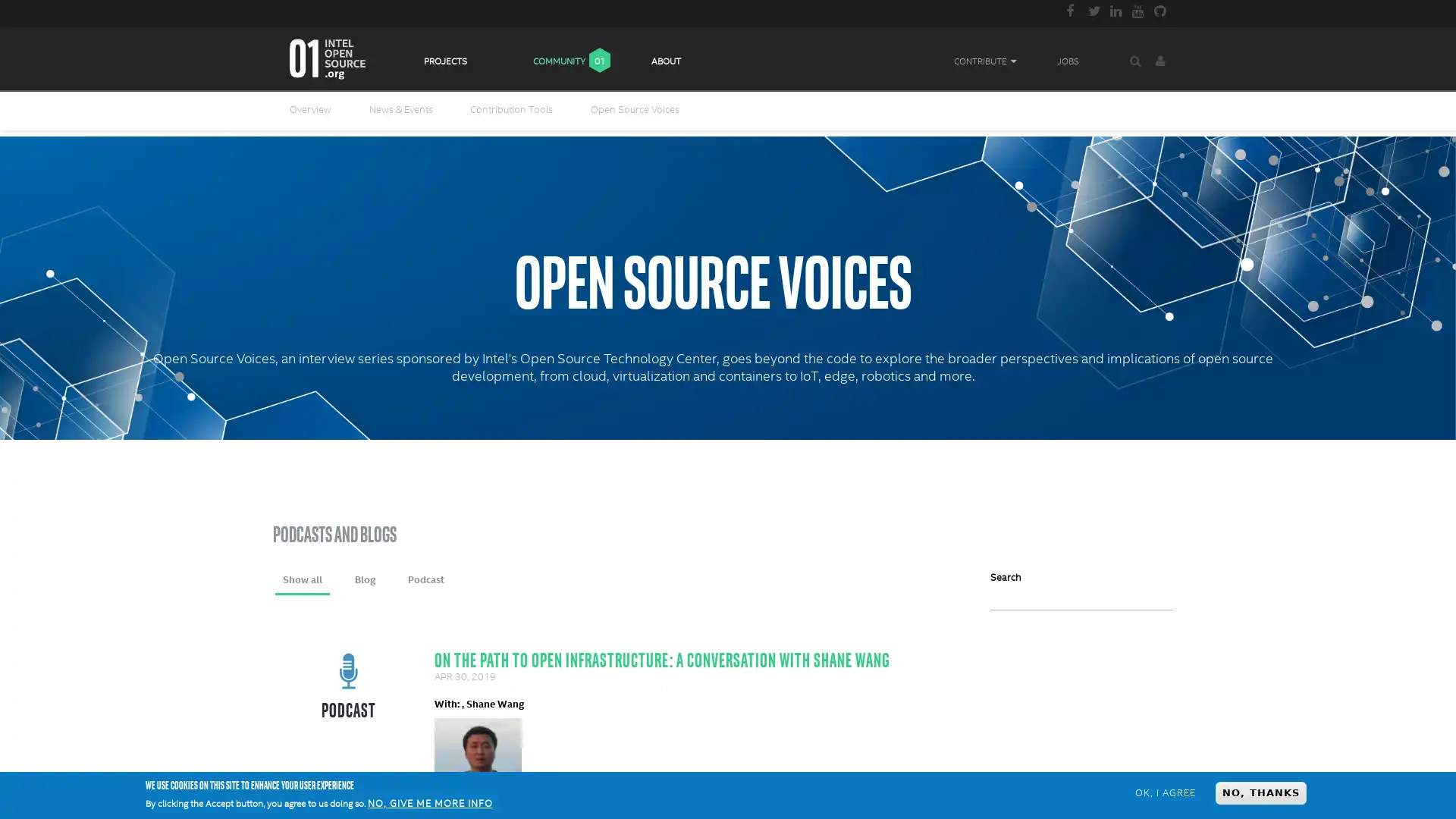  I want to click on OK, I AGREE, so click(1164, 792).